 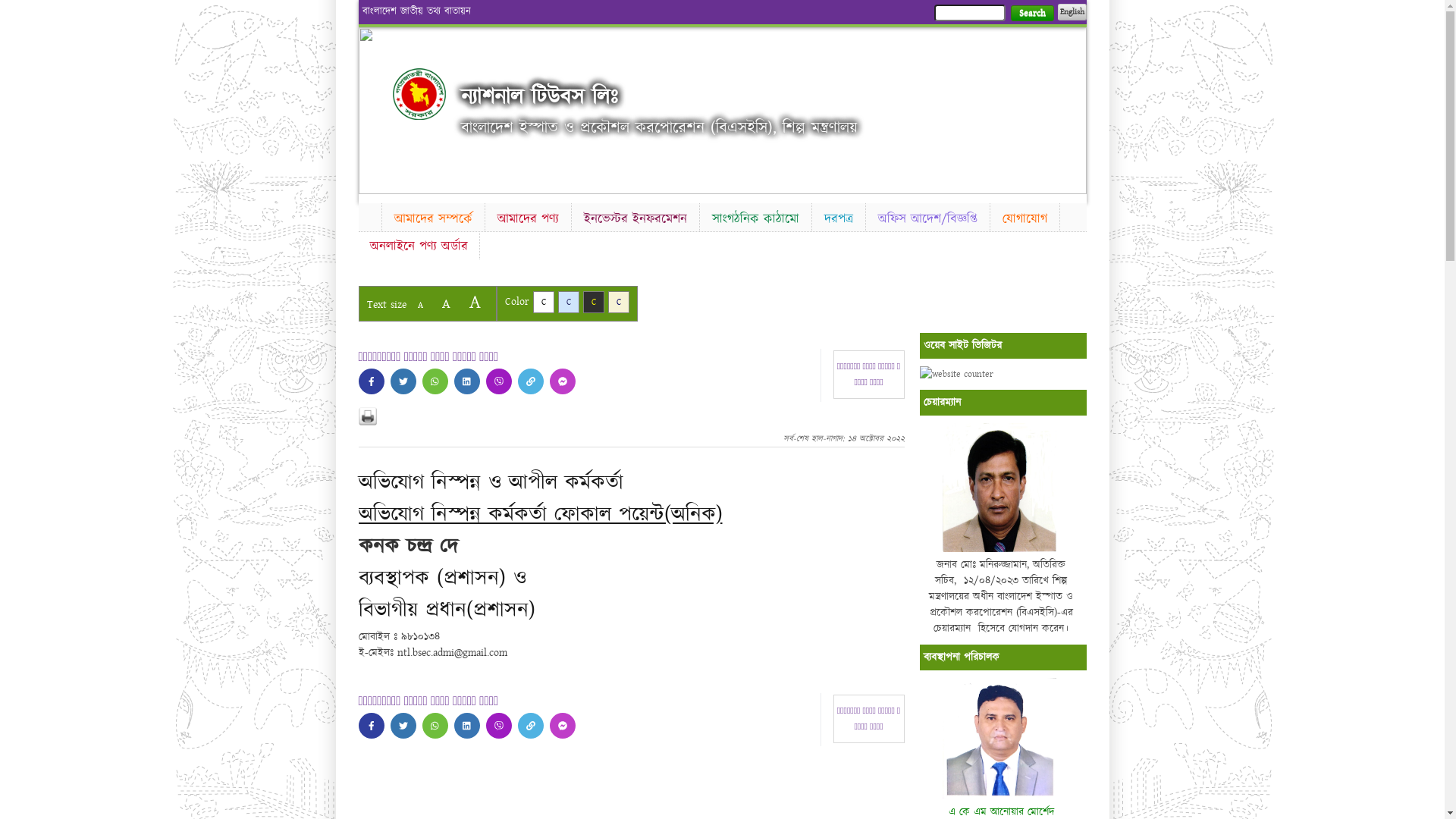 I want to click on 'C', so click(x=592, y=302).